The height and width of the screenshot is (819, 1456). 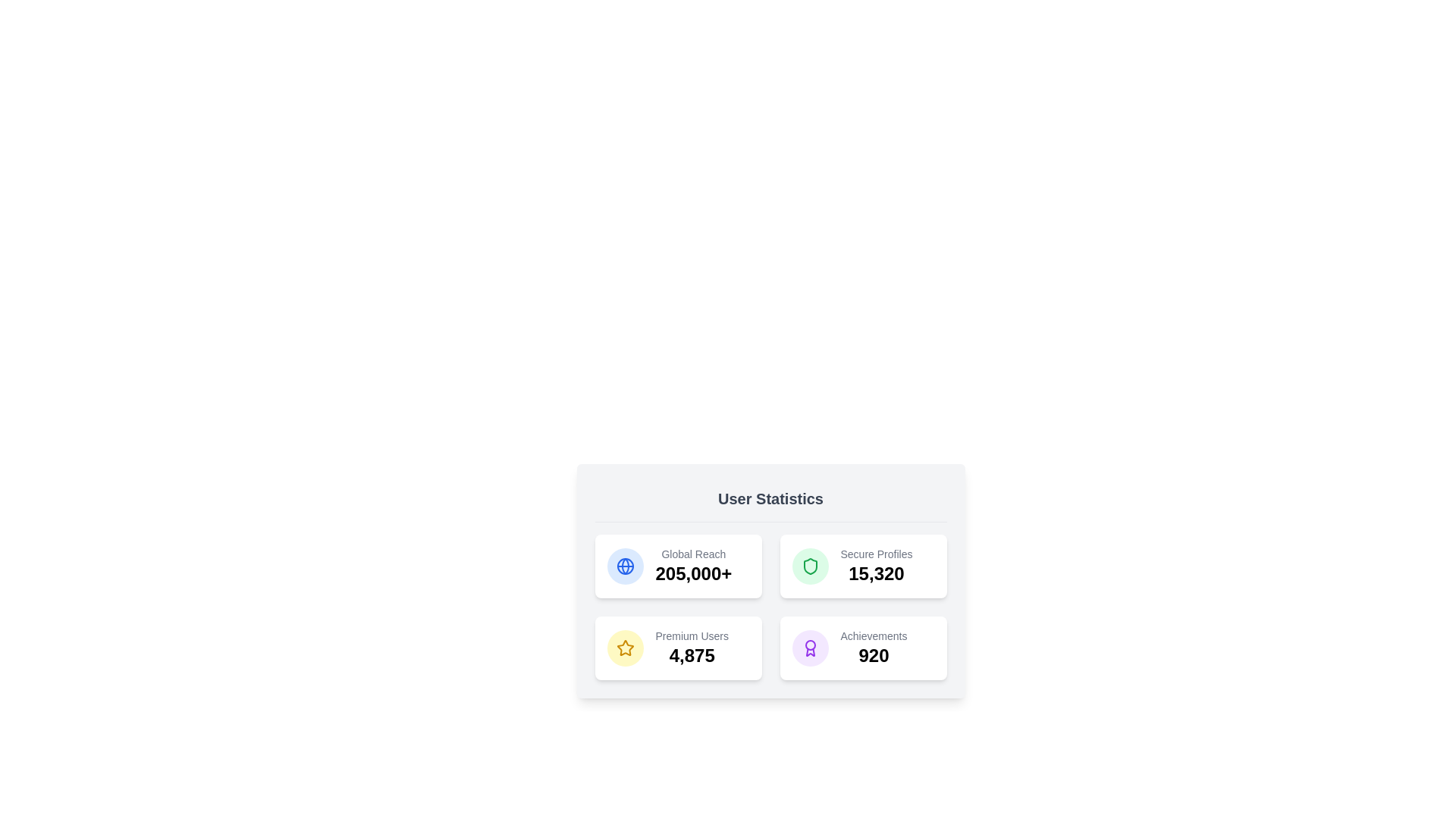 What do you see at coordinates (692, 554) in the screenshot?
I see `the descriptive text label located in the upper-left block of the grid layout, positioned directly above the numeric value '205,000+'` at bounding box center [692, 554].